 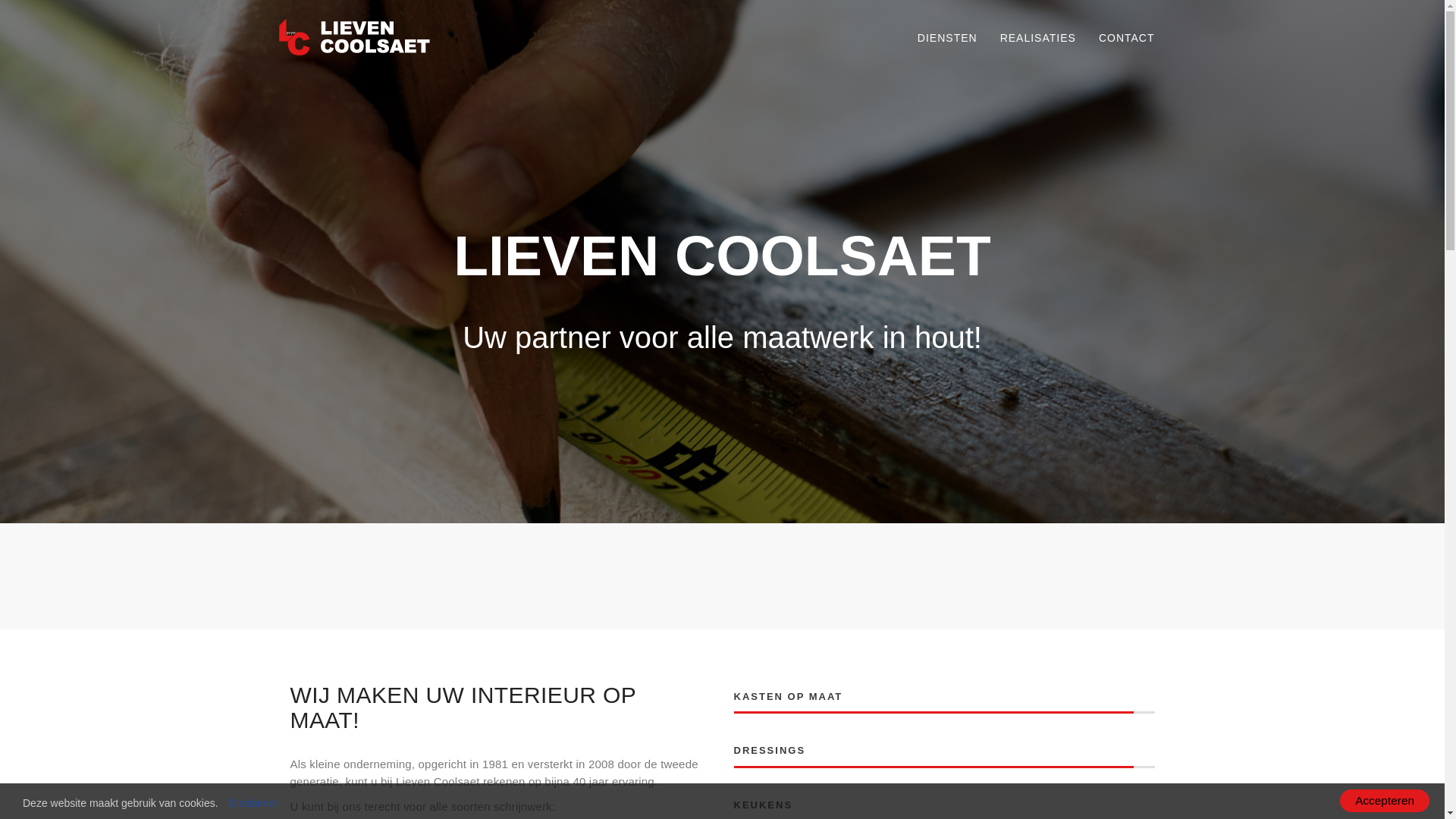 I want to click on 'CONTACT', so click(x=1127, y=37).